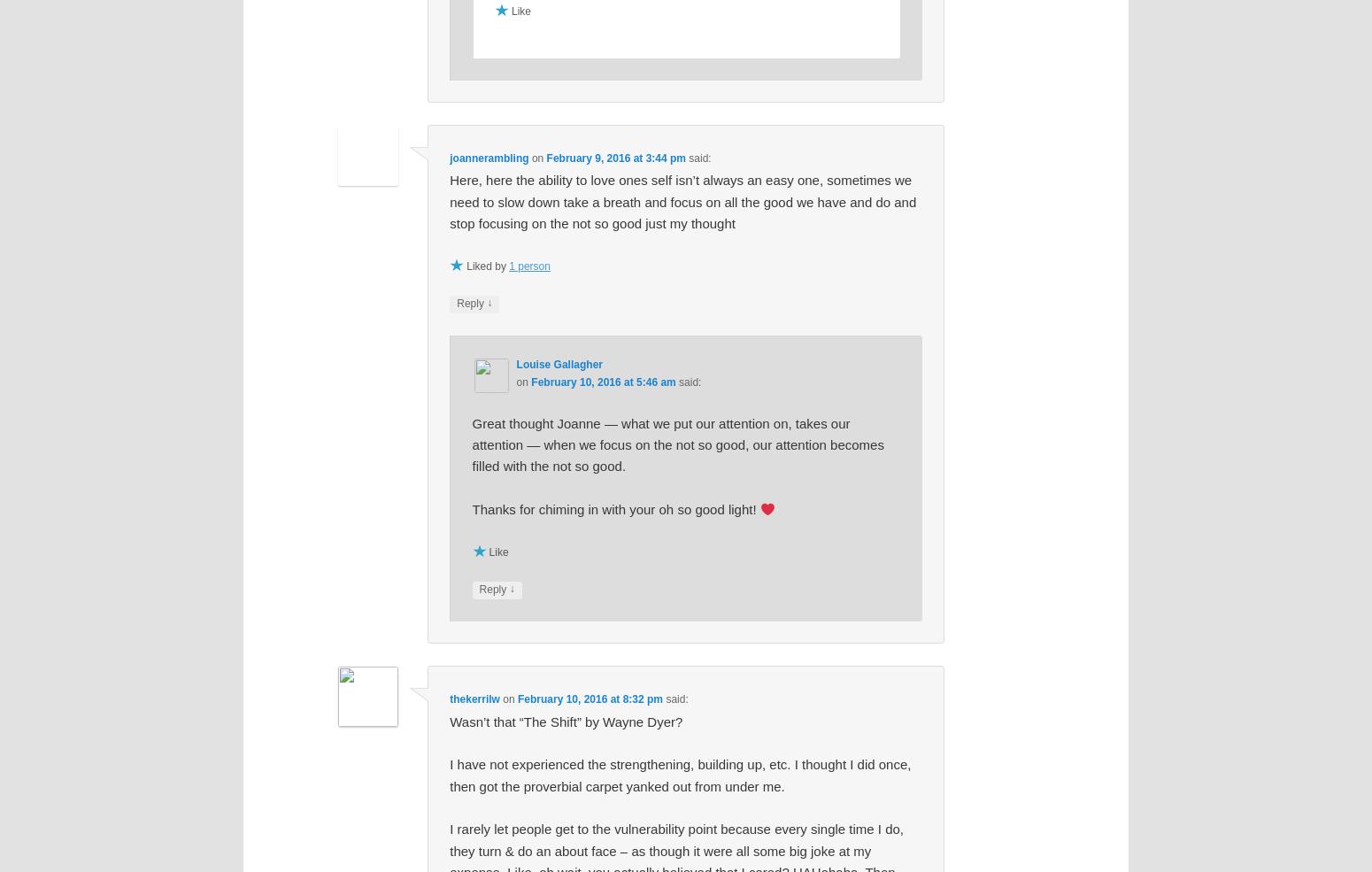 This screenshot has height=872, width=1372. Describe the element at coordinates (677, 444) in the screenshot. I see `'Great thought Joanne — what we put our attention on, takes our attention — when we focus on the not so good, our attention becomes filled with the not so good.'` at that location.